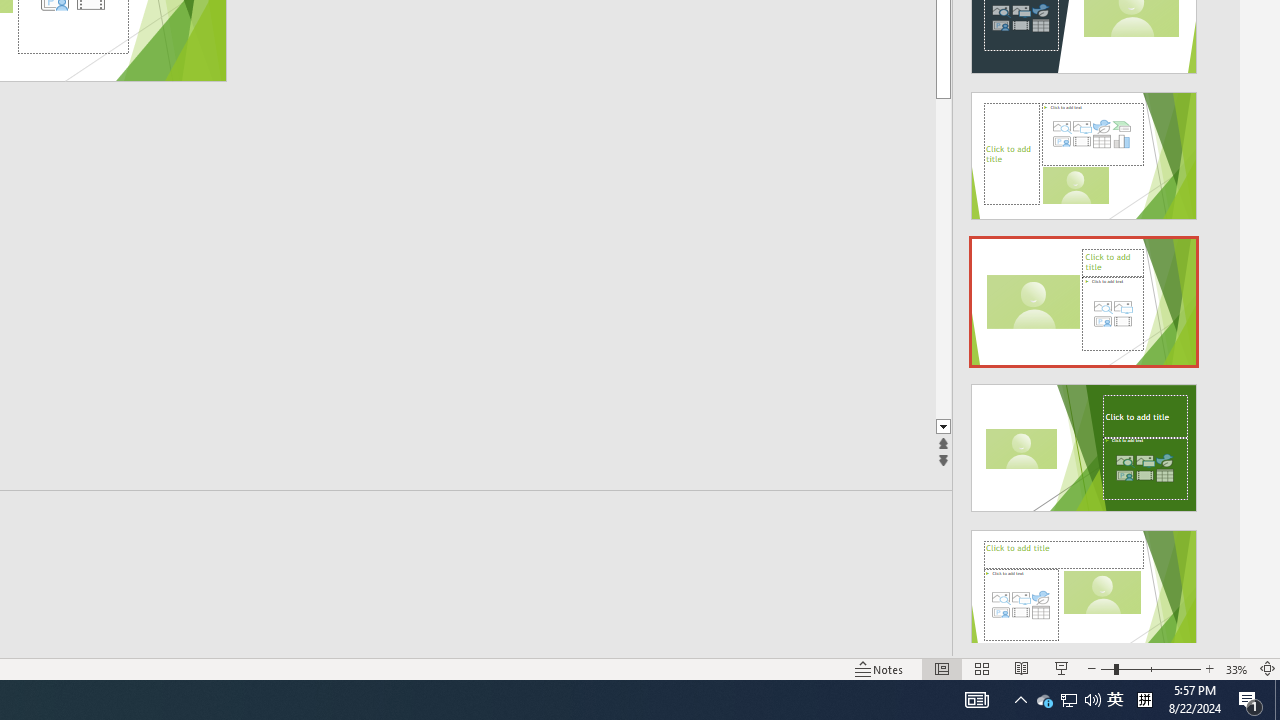 Image resolution: width=1280 pixels, height=720 pixels. What do you see at coordinates (1150, 669) in the screenshot?
I see `'Zoom'` at bounding box center [1150, 669].